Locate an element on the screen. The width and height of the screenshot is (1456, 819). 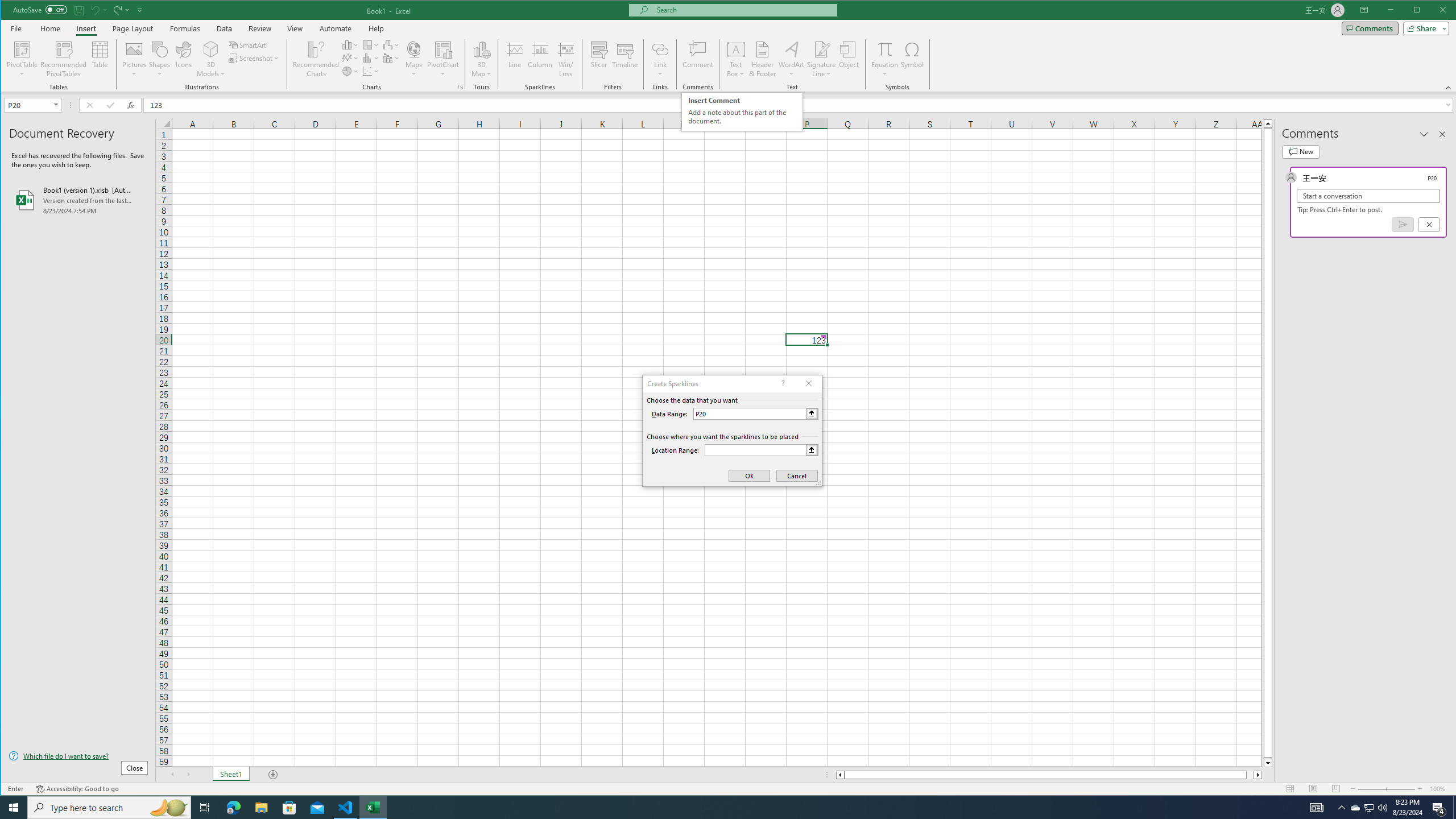
'3D Map' is located at coordinates (482, 48).